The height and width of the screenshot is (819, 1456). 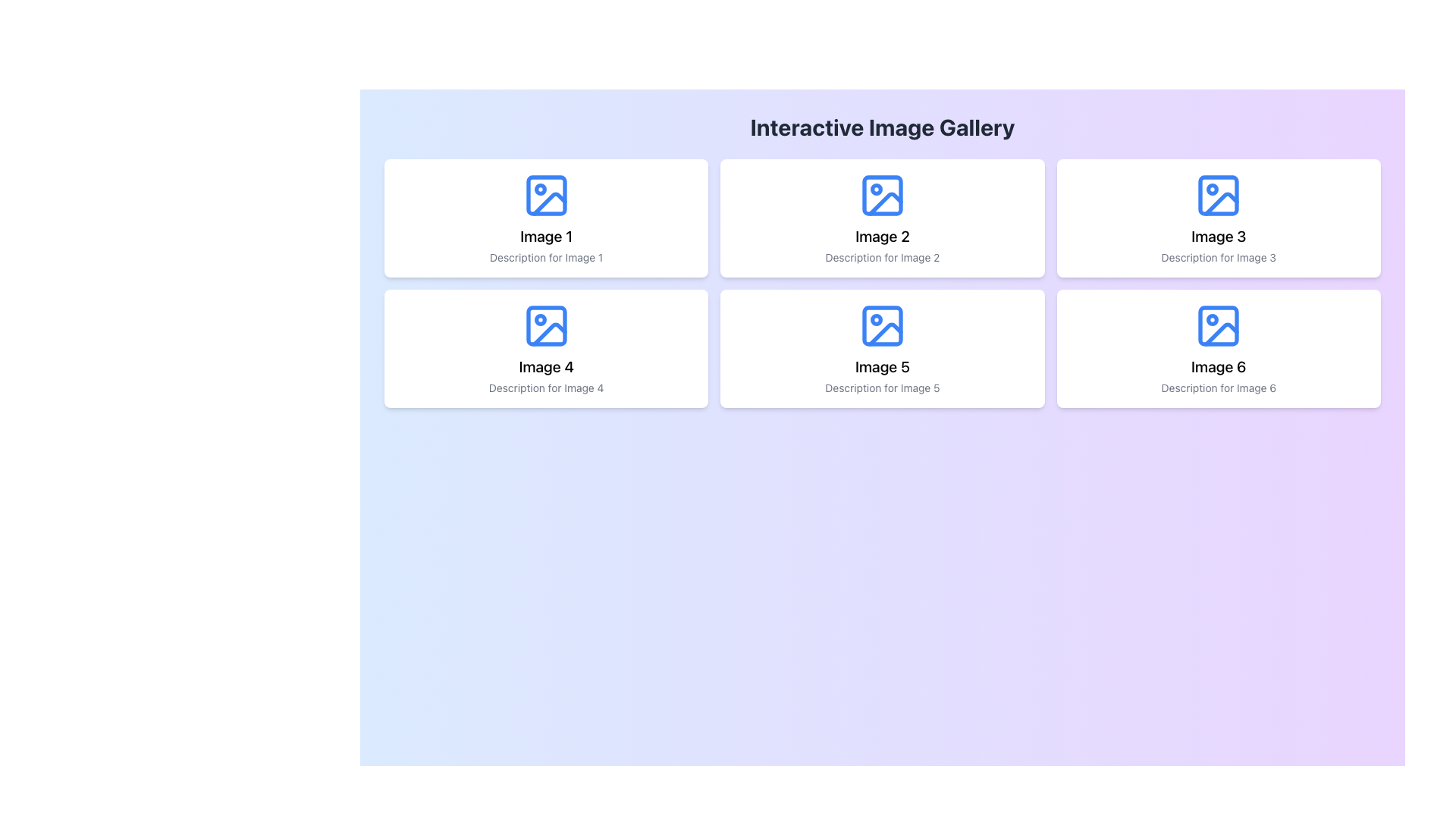 What do you see at coordinates (877, 189) in the screenshot?
I see `the small circular SVG element that is centrally aligned inside the second image icon of the displayed image cards in the gallery` at bounding box center [877, 189].